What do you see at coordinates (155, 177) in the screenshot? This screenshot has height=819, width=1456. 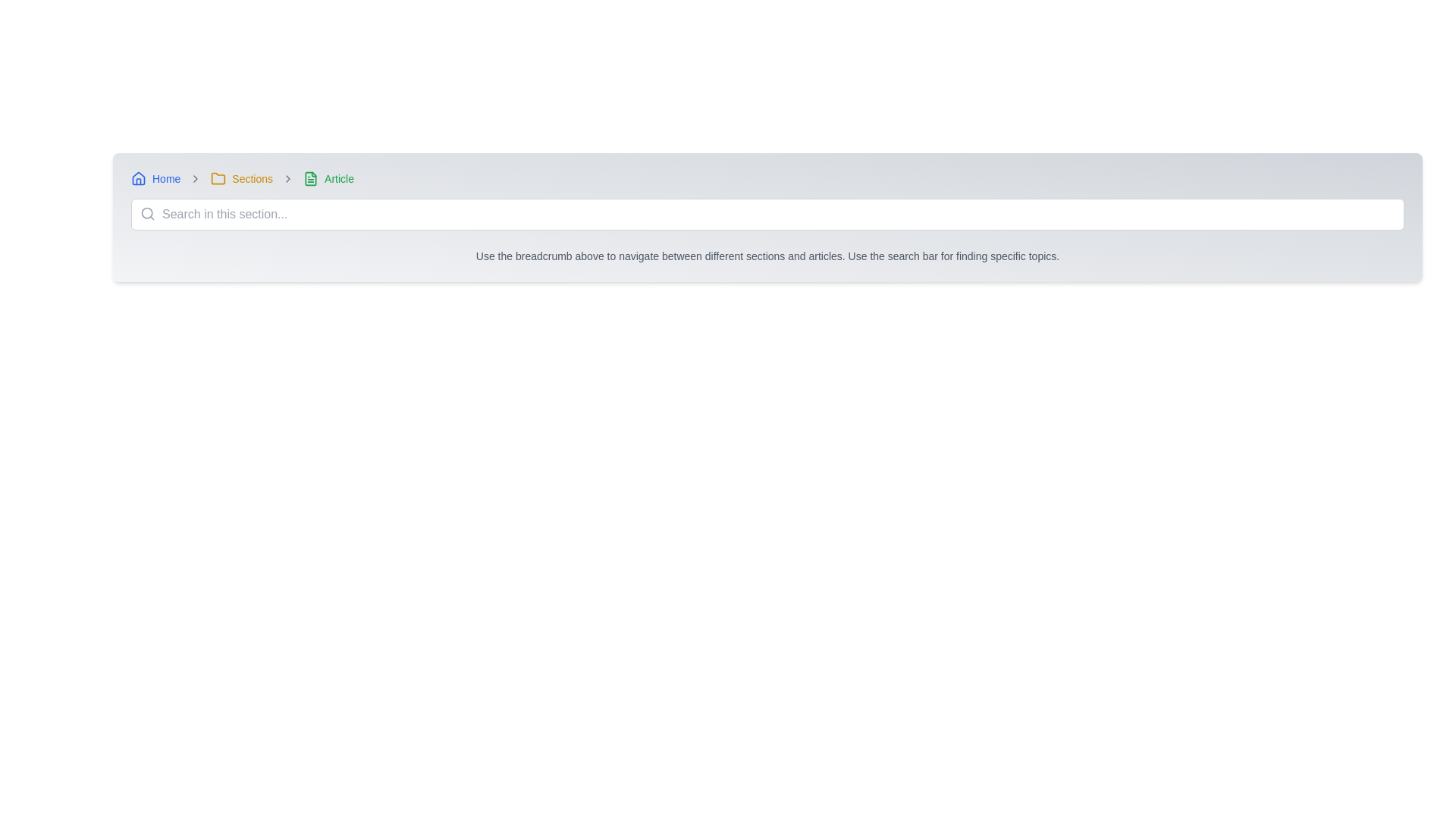 I see `the breadcrumb link at the far left` at bounding box center [155, 177].